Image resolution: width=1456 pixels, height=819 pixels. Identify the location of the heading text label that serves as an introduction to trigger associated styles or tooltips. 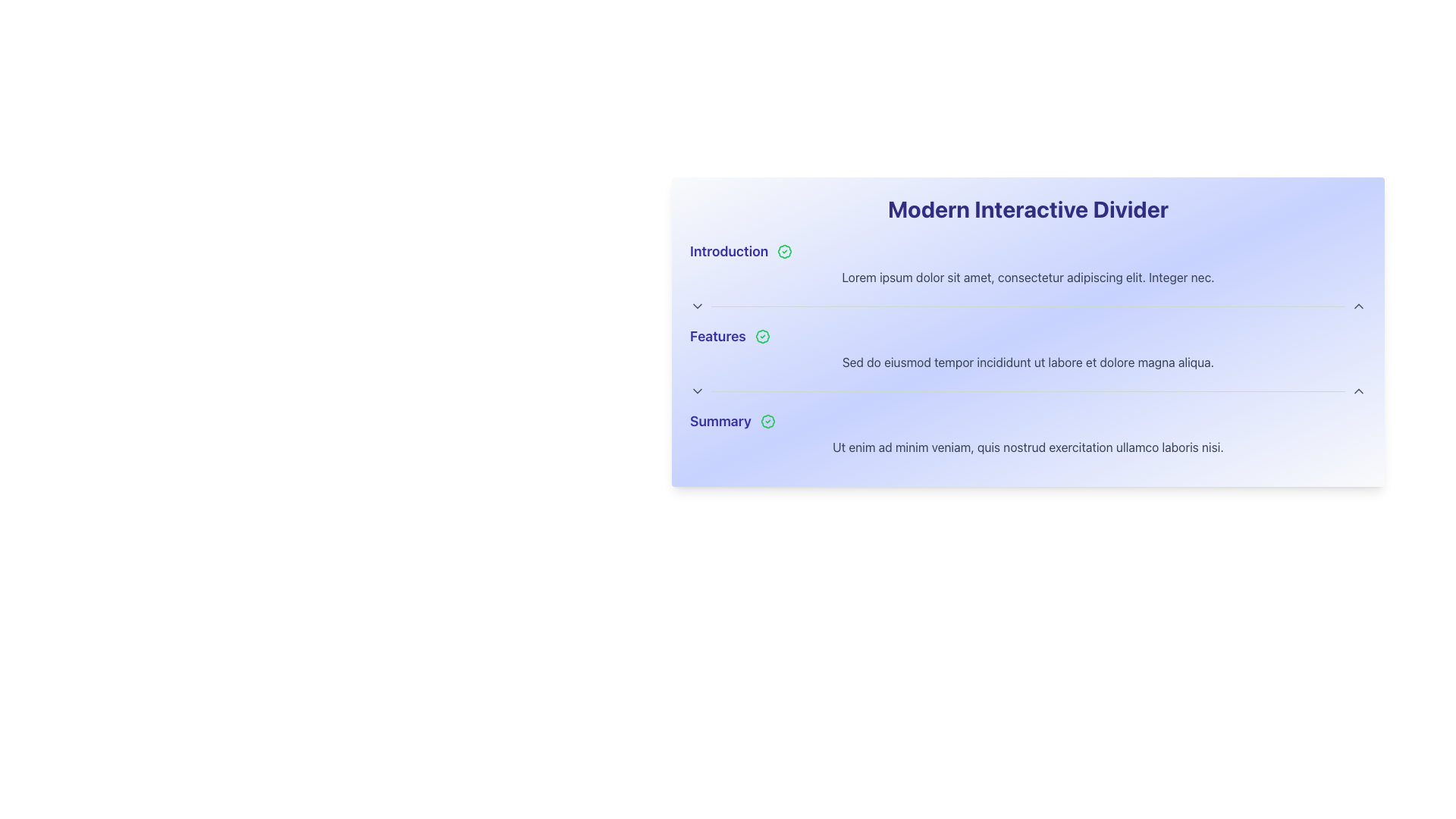
(729, 250).